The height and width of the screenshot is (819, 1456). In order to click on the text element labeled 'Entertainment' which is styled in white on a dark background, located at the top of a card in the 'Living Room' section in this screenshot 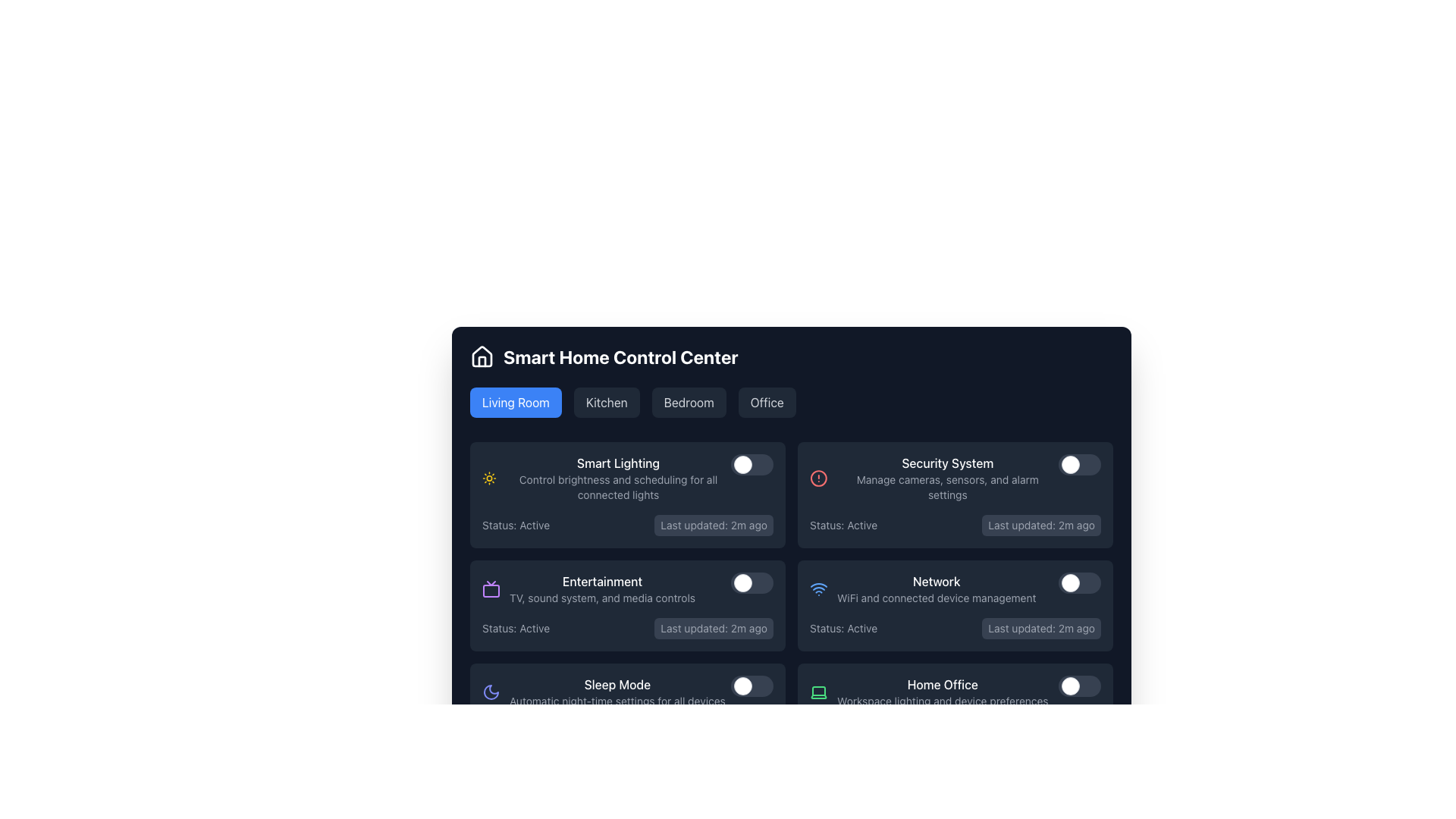, I will do `click(601, 581)`.